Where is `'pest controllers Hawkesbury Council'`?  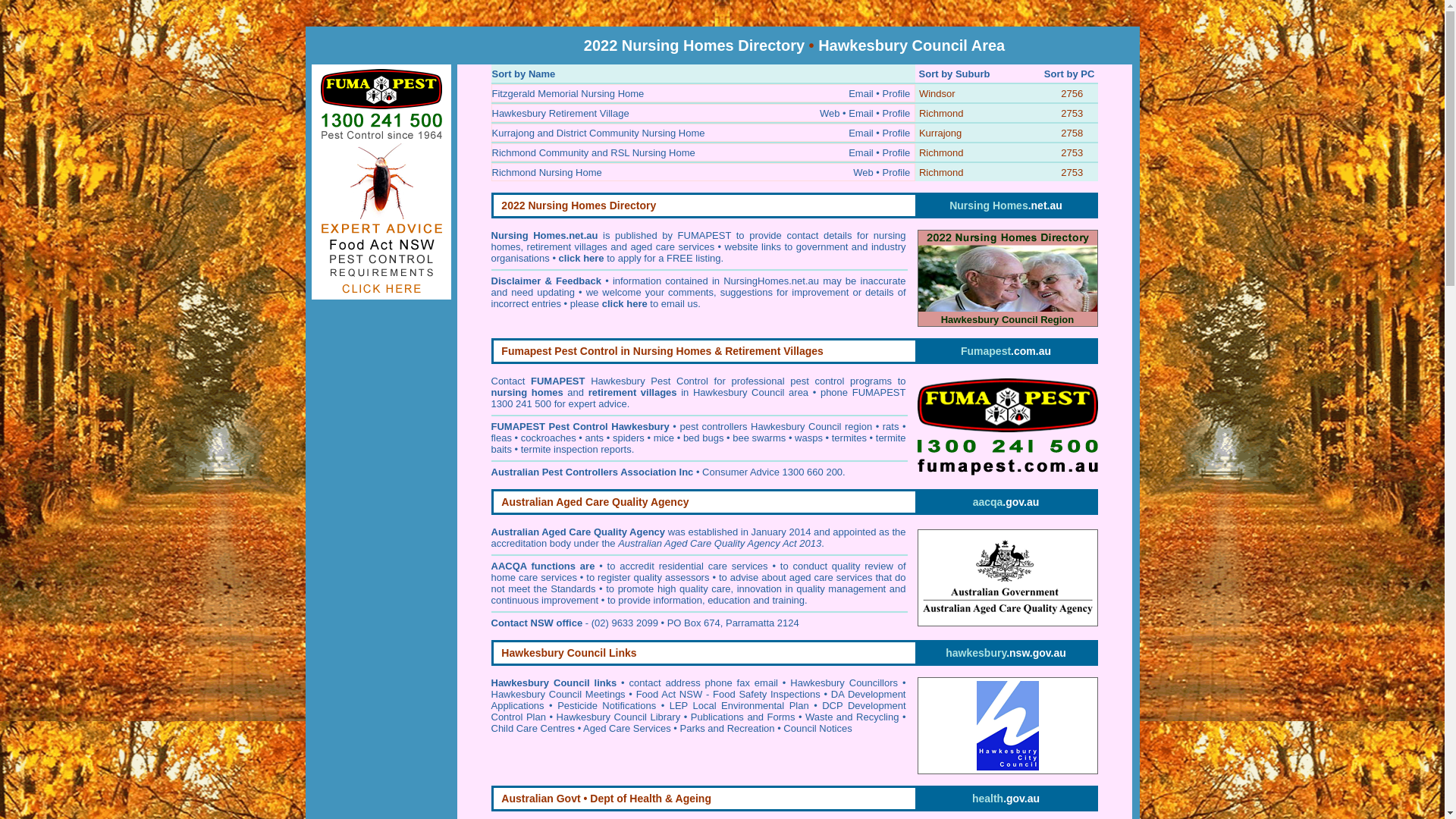 'pest controllers Hawkesbury Council' is located at coordinates (760, 426).